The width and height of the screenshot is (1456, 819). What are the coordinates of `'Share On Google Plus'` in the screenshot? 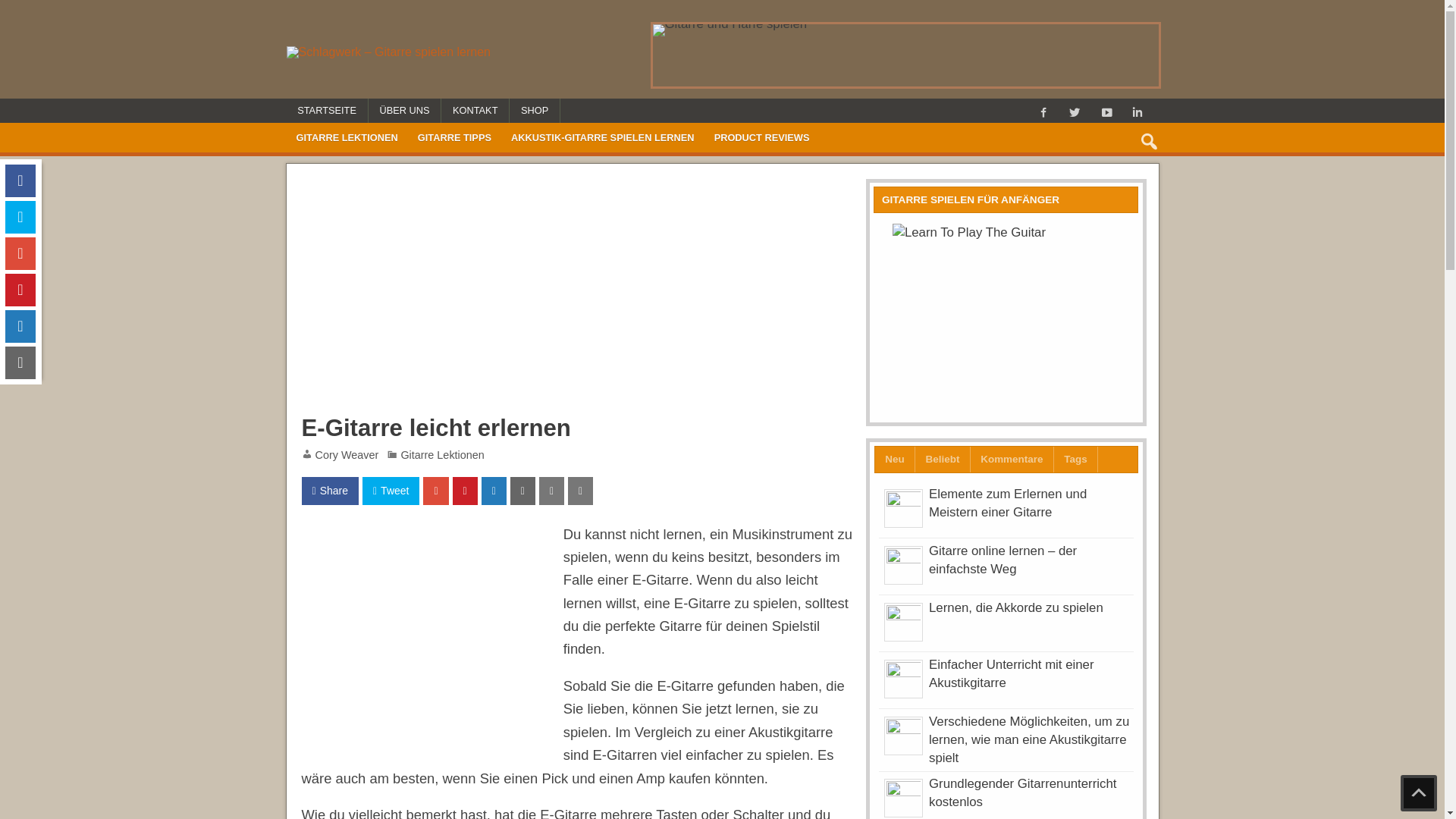 It's located at (435, 491).